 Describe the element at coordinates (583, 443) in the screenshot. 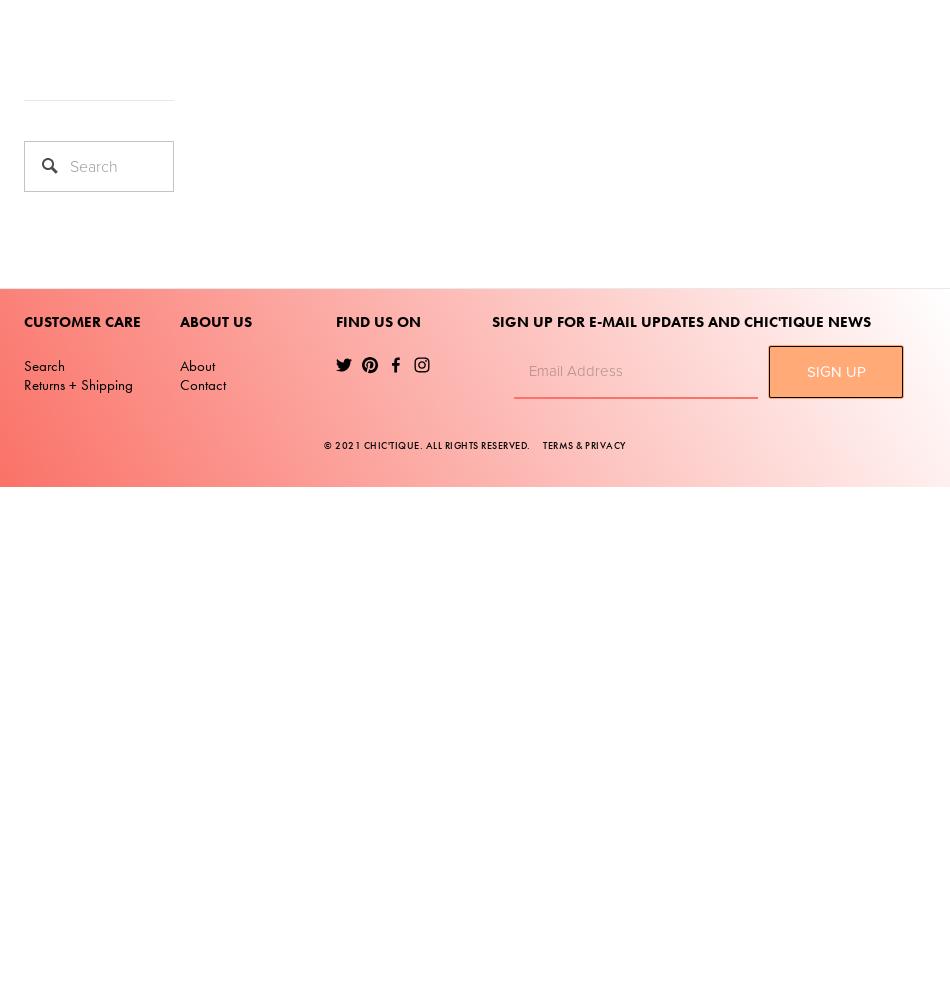

I see `'TERMS & PRIVACY'` at that location.